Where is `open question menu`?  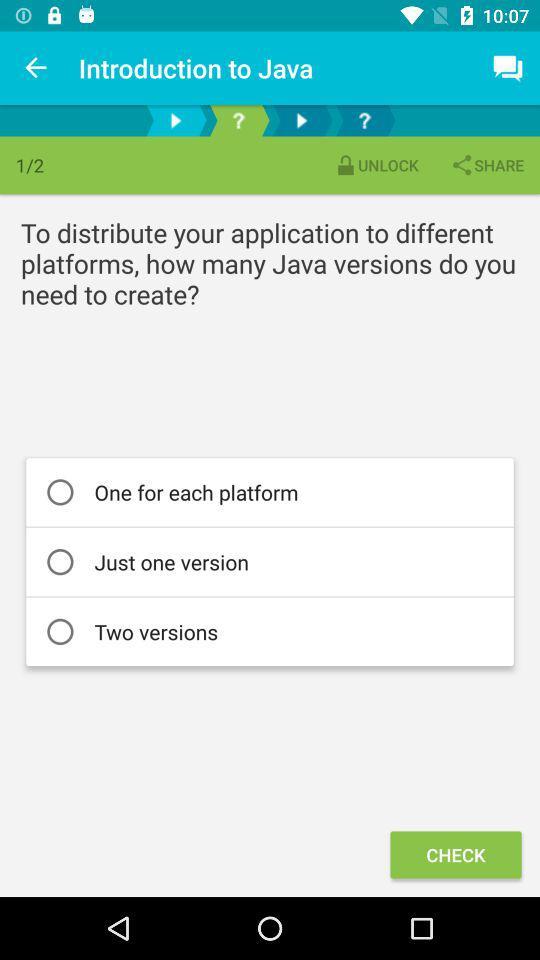 open question menu is located at coordinates (238, 120).